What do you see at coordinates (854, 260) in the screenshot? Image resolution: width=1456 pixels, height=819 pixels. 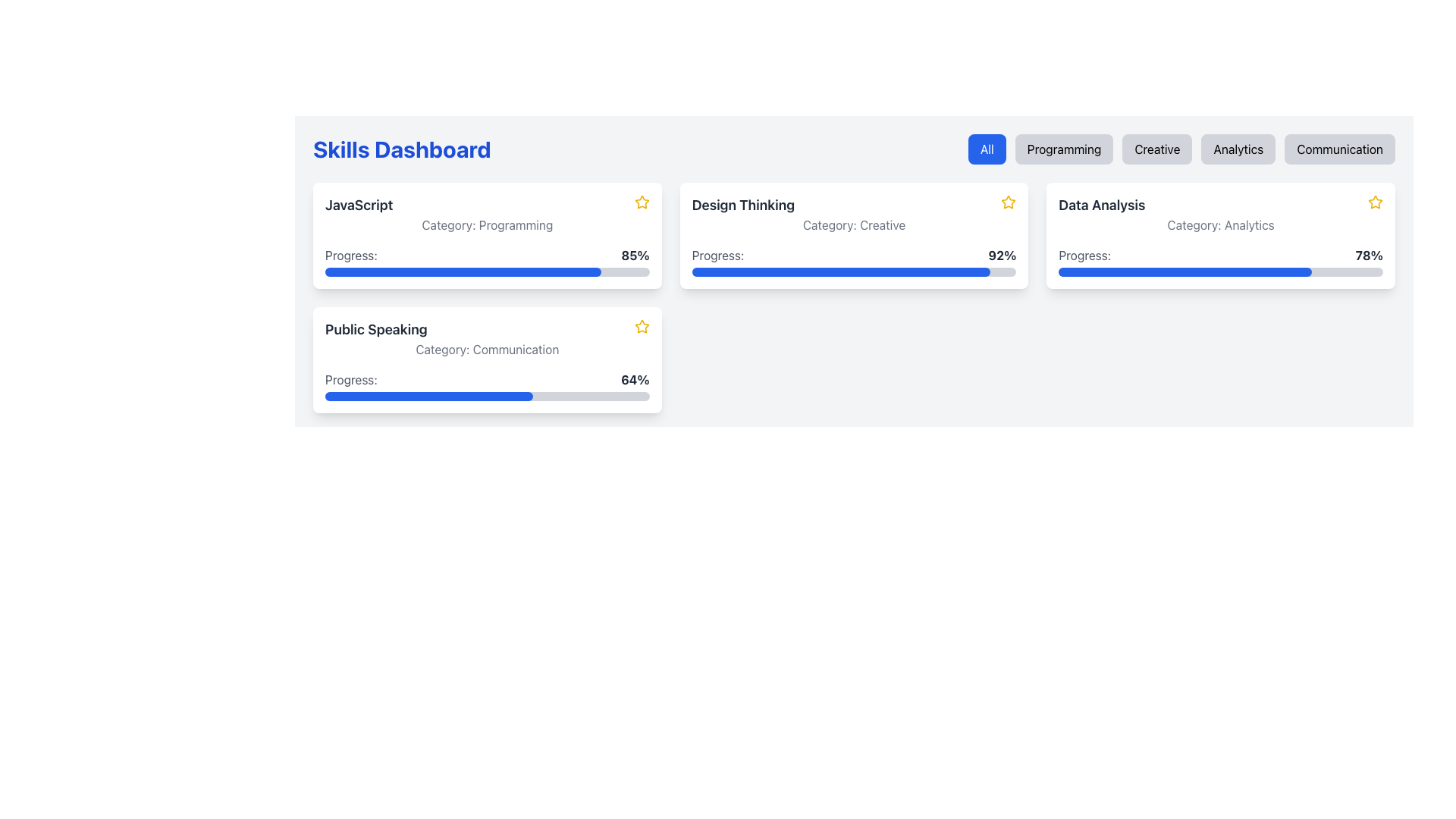 I see `the horizontal progress bar labeled 'Progress:' with a filled blue portion indicating '92%' located at the bottom of the 'Design Thinking' card in the second column of the main dashboard grid` at bounding box center [854, 260].